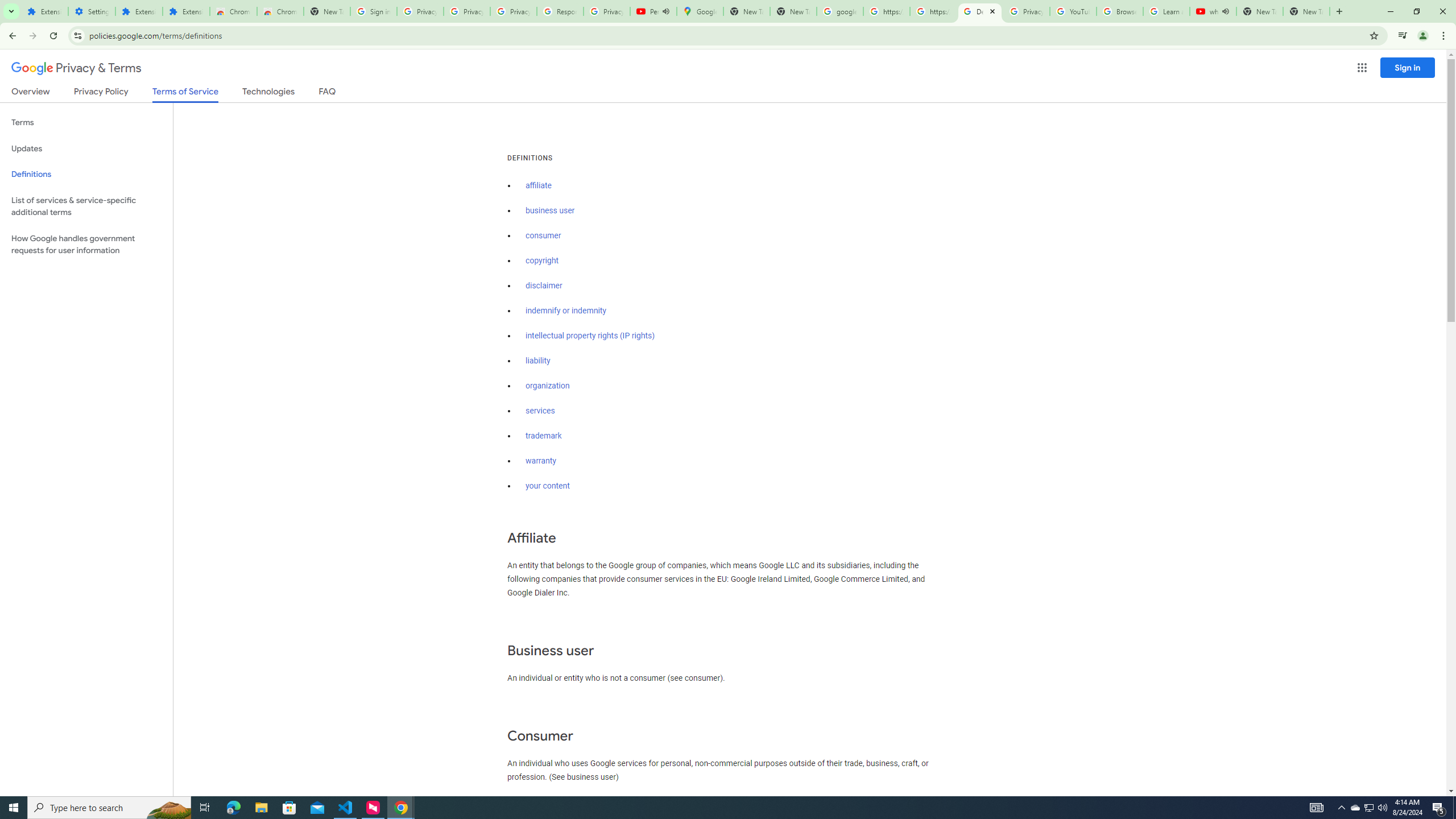 Image resolution: width=1456 pixels, height=819 pixels. Describe the element at coordinates (280, 11) in the screenshot. I see `'Chrome Web Store - Themes'` at that location.